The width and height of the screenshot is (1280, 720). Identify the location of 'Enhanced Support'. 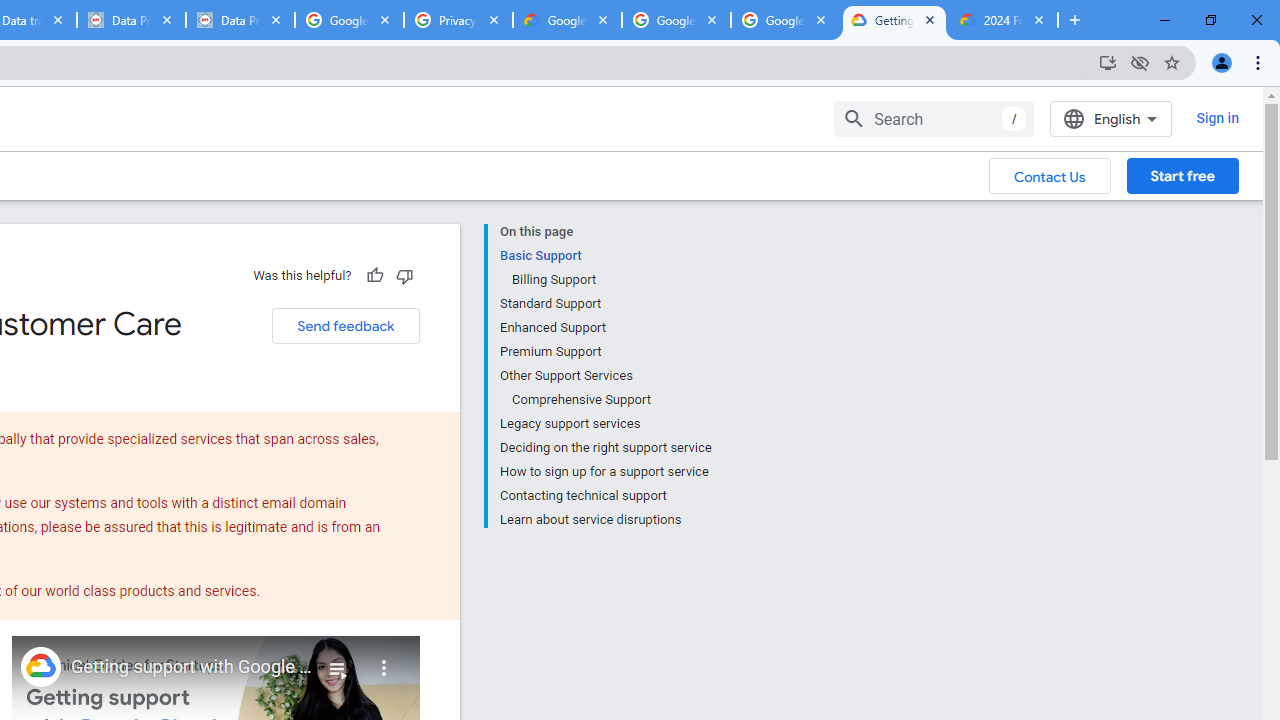
(604, 326).